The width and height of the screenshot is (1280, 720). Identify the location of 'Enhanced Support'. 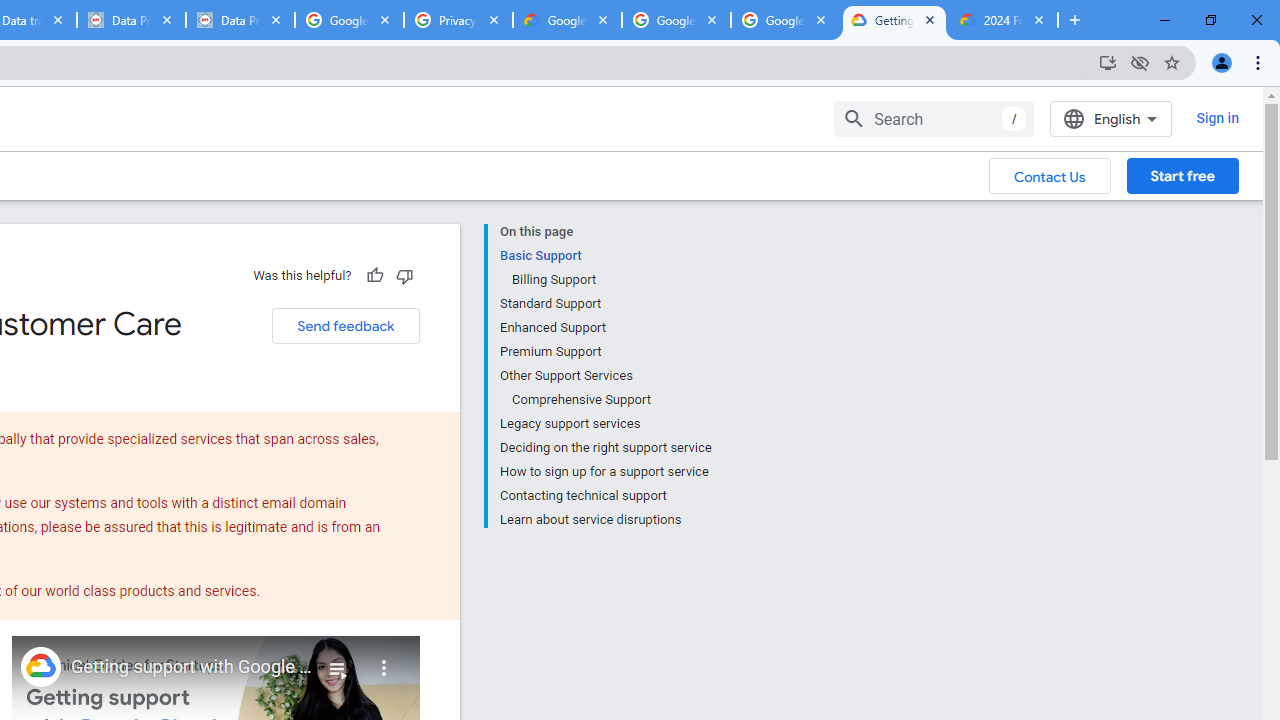
(604, 326).